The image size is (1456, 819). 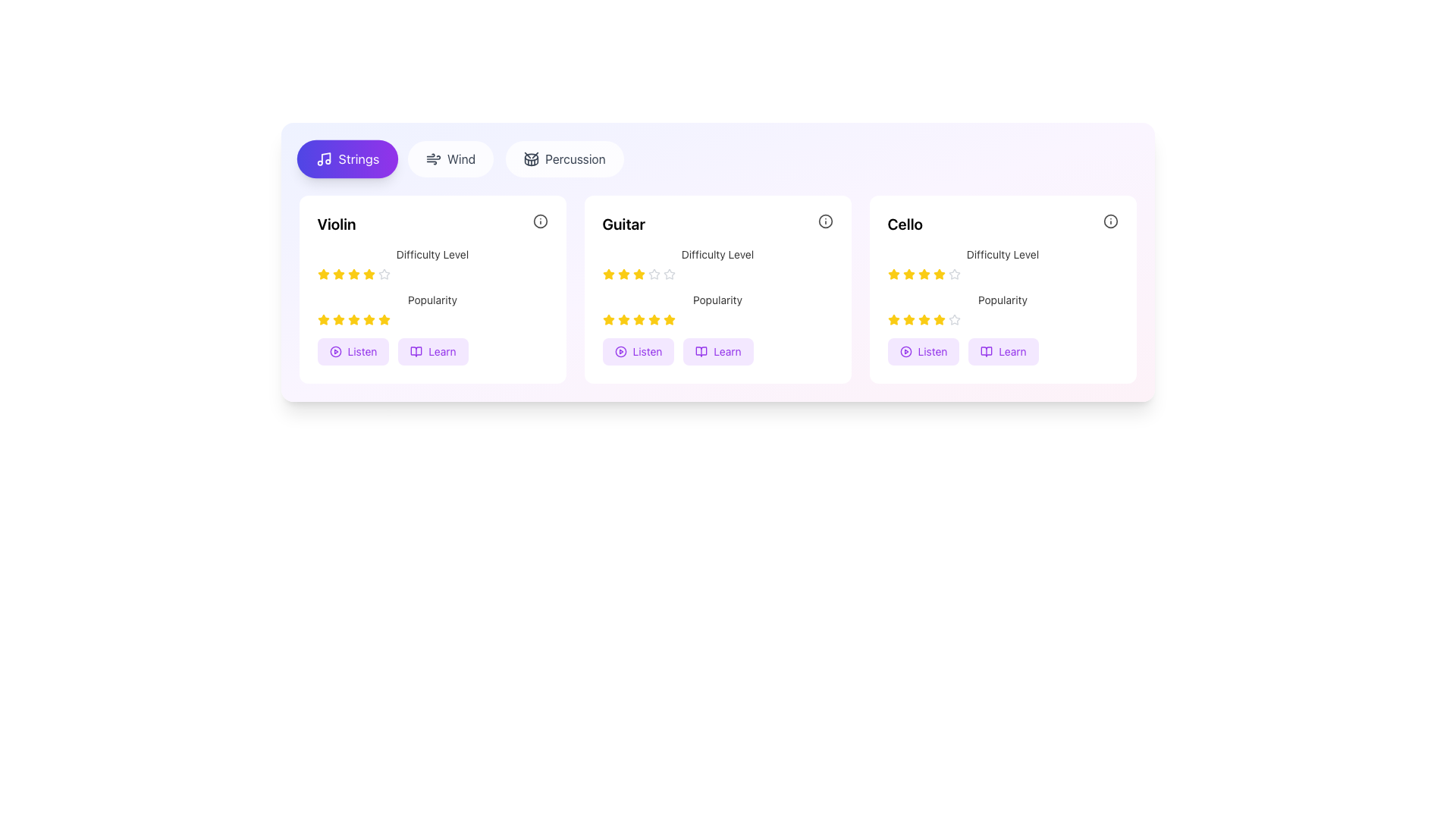 I want to click on text label displaying 'Guitar' located in the top-left part of the content card in the center of the second column of the grid layout, so click(x=623, y=224).